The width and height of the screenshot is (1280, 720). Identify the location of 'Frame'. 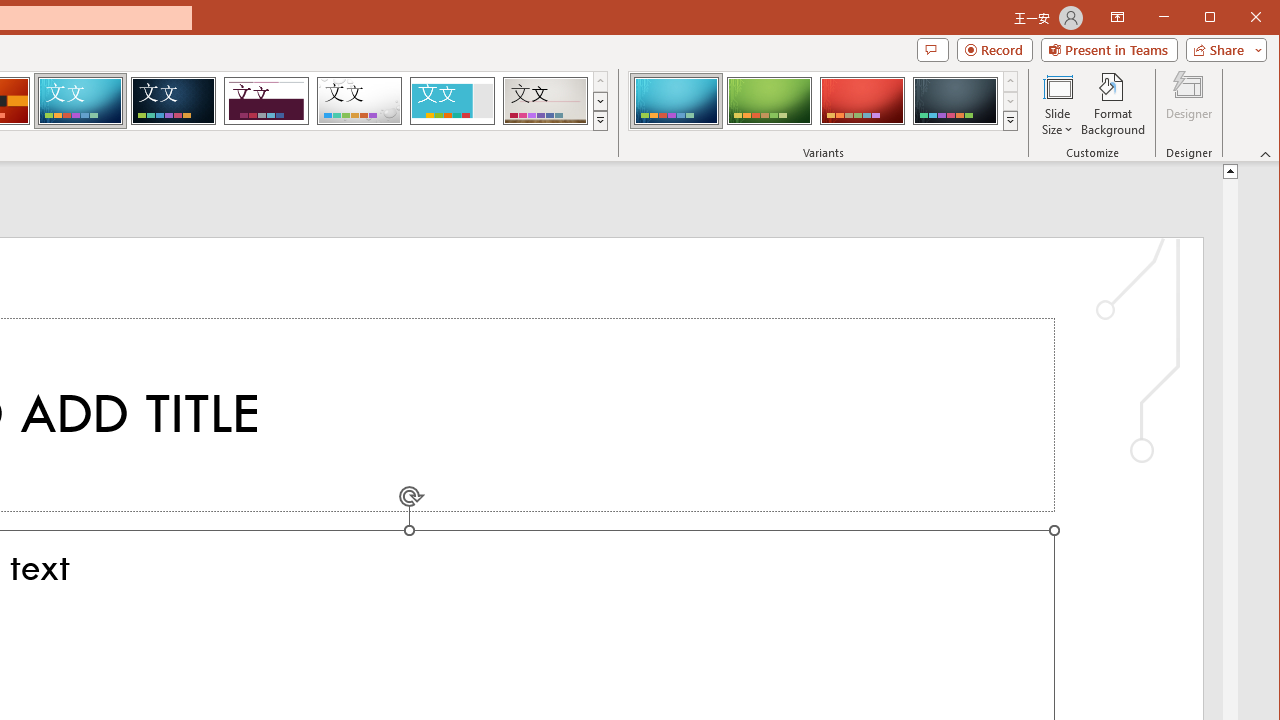
(451, 100).